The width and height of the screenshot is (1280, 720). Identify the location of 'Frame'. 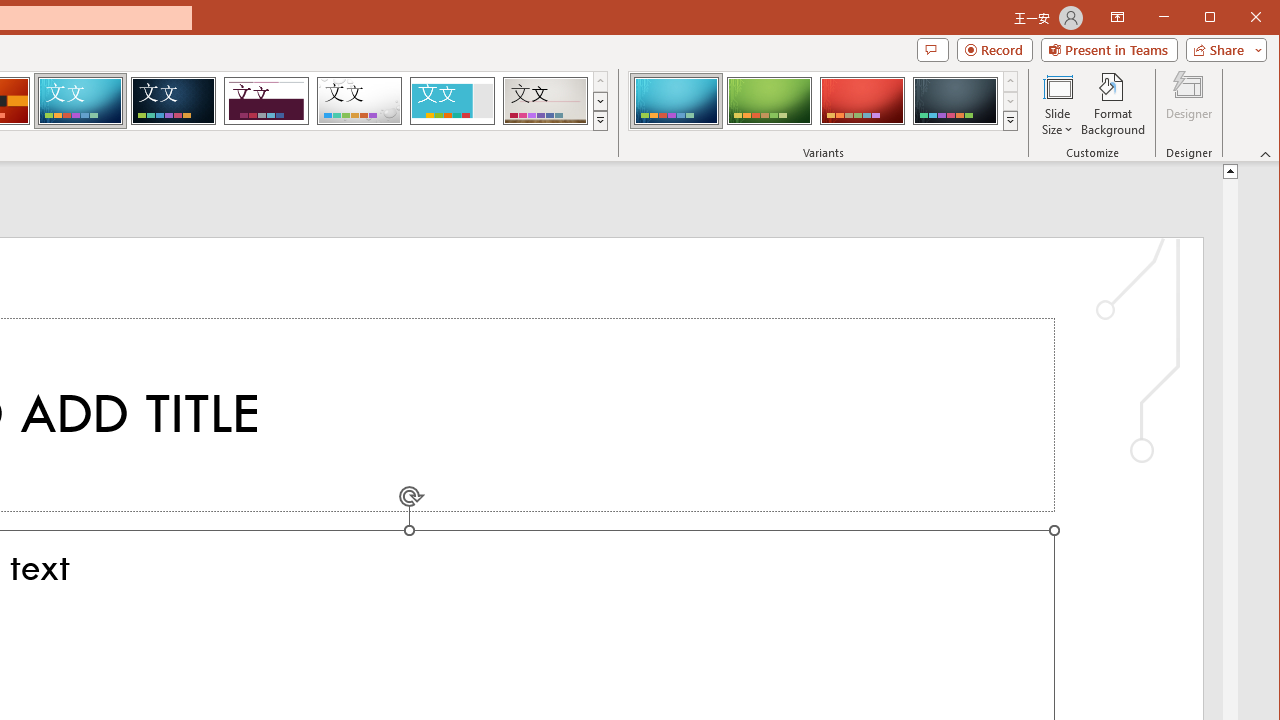
(451, 100).